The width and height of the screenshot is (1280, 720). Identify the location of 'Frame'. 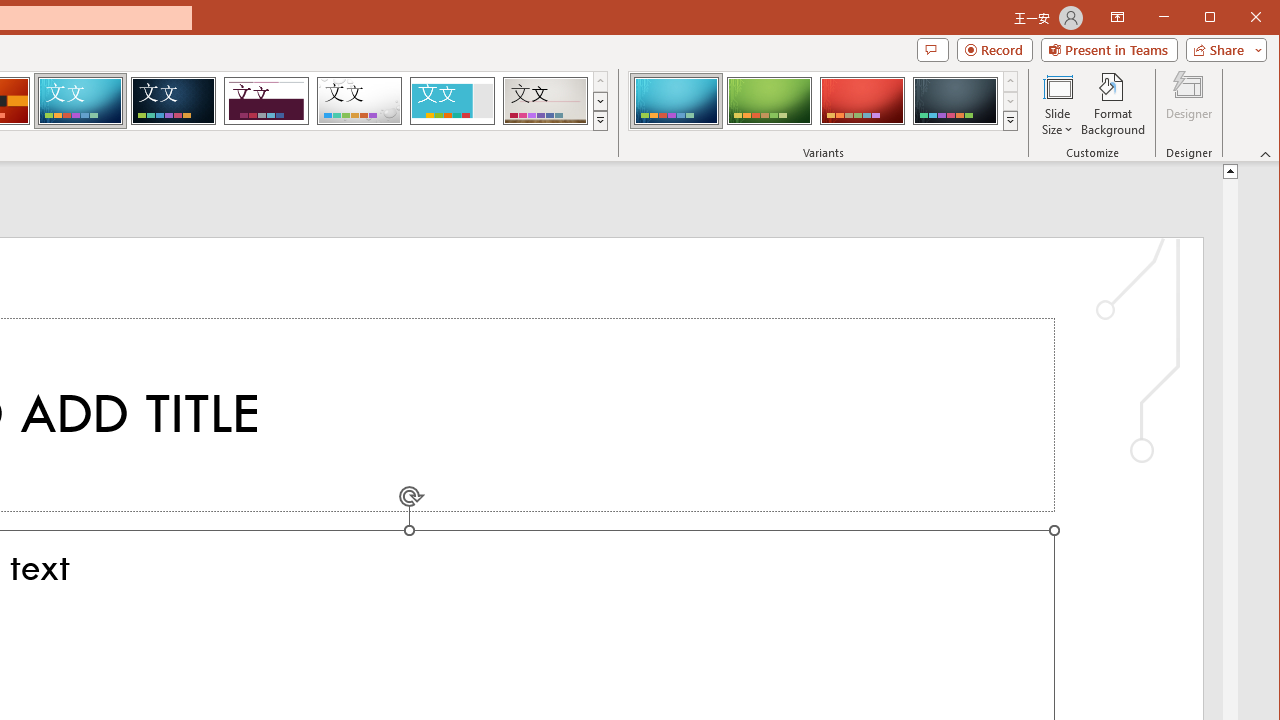
(451, 100).